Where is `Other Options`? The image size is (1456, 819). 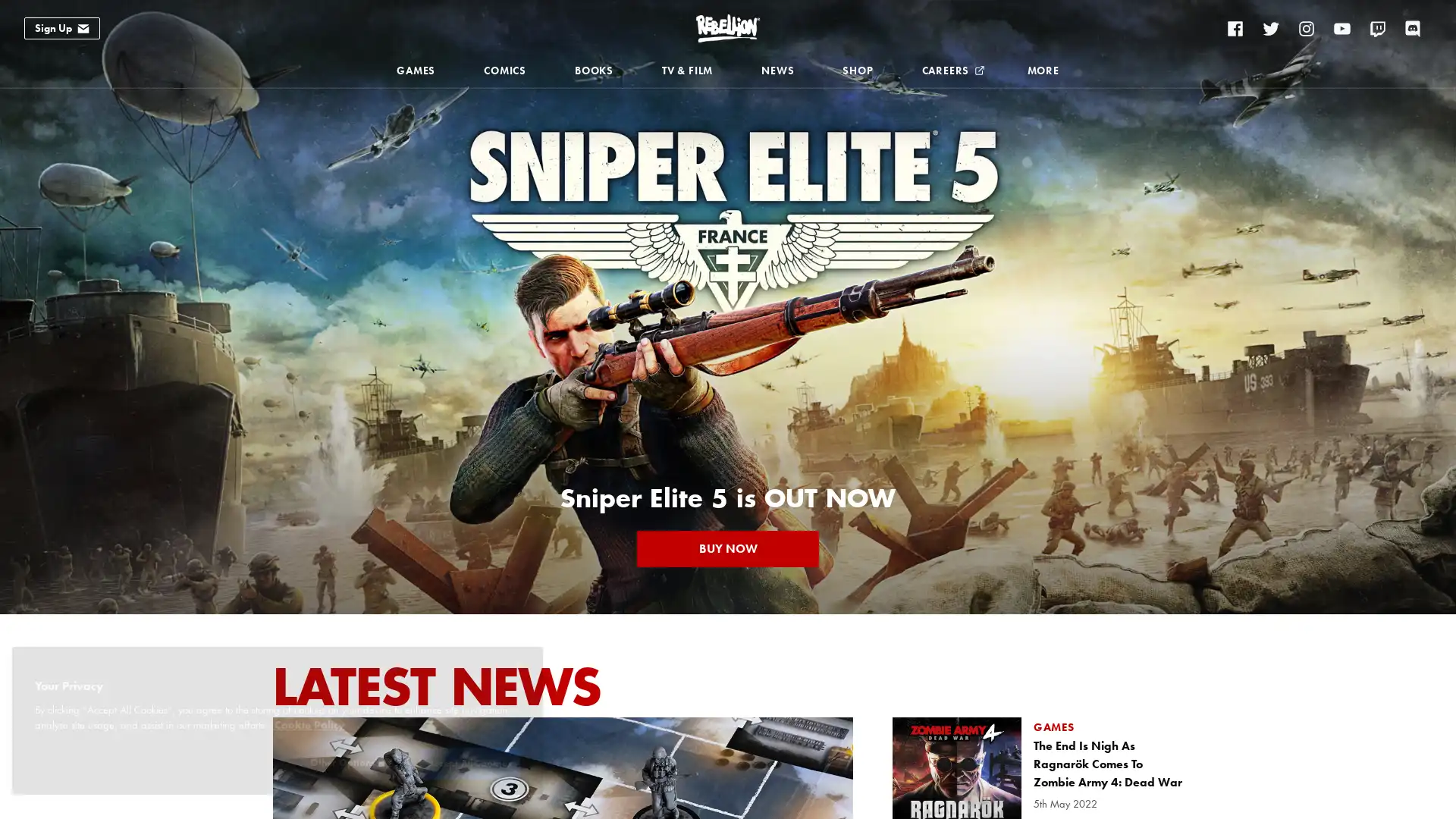 Other Options is located at coordinates (341, 763).